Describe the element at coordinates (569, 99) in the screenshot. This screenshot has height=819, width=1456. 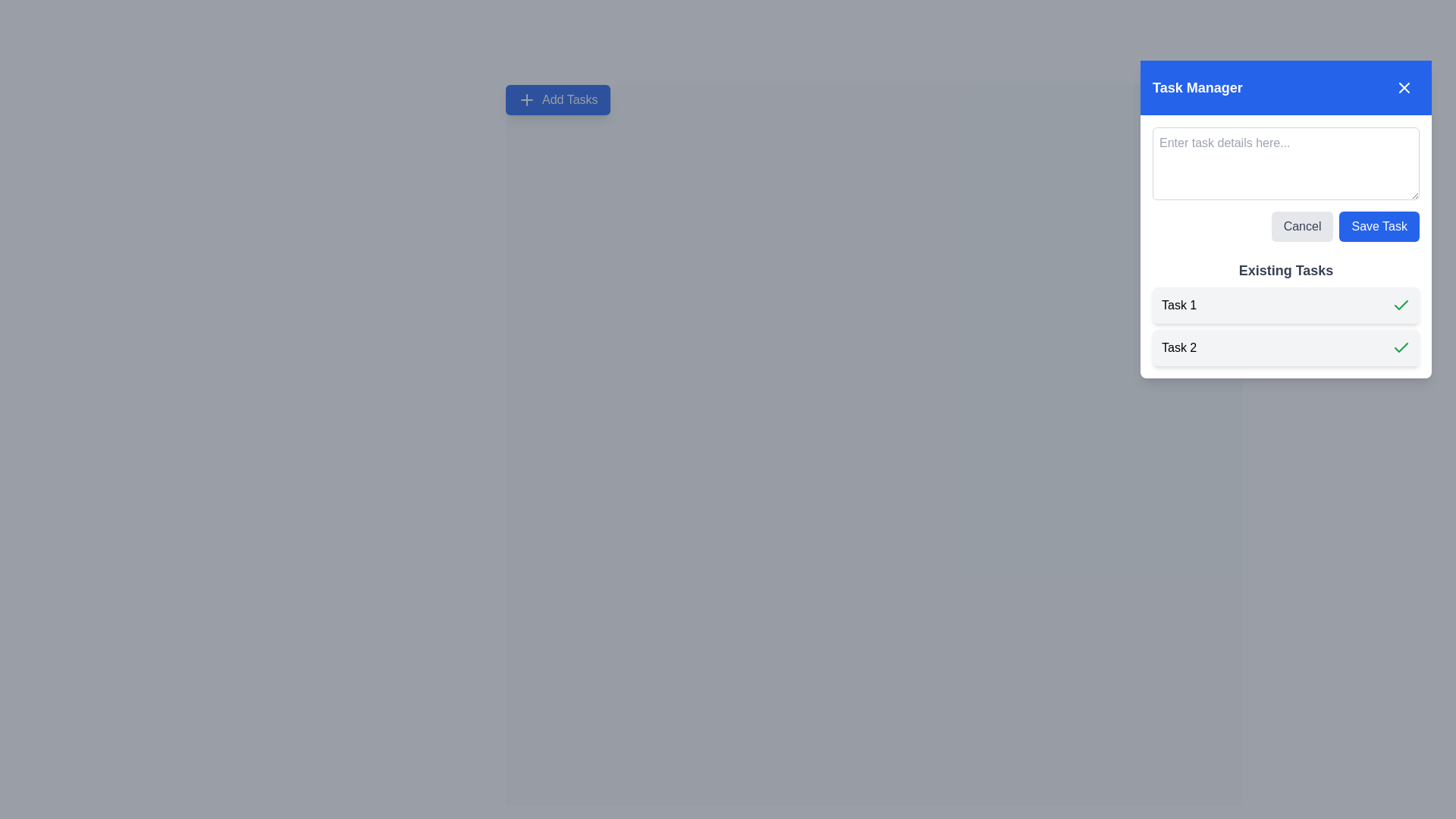
I see `the blue button labeled 'Add Tasks' that contains a plus-shaped icon on its left side, located in the upper-left portion of the interface` at that location.